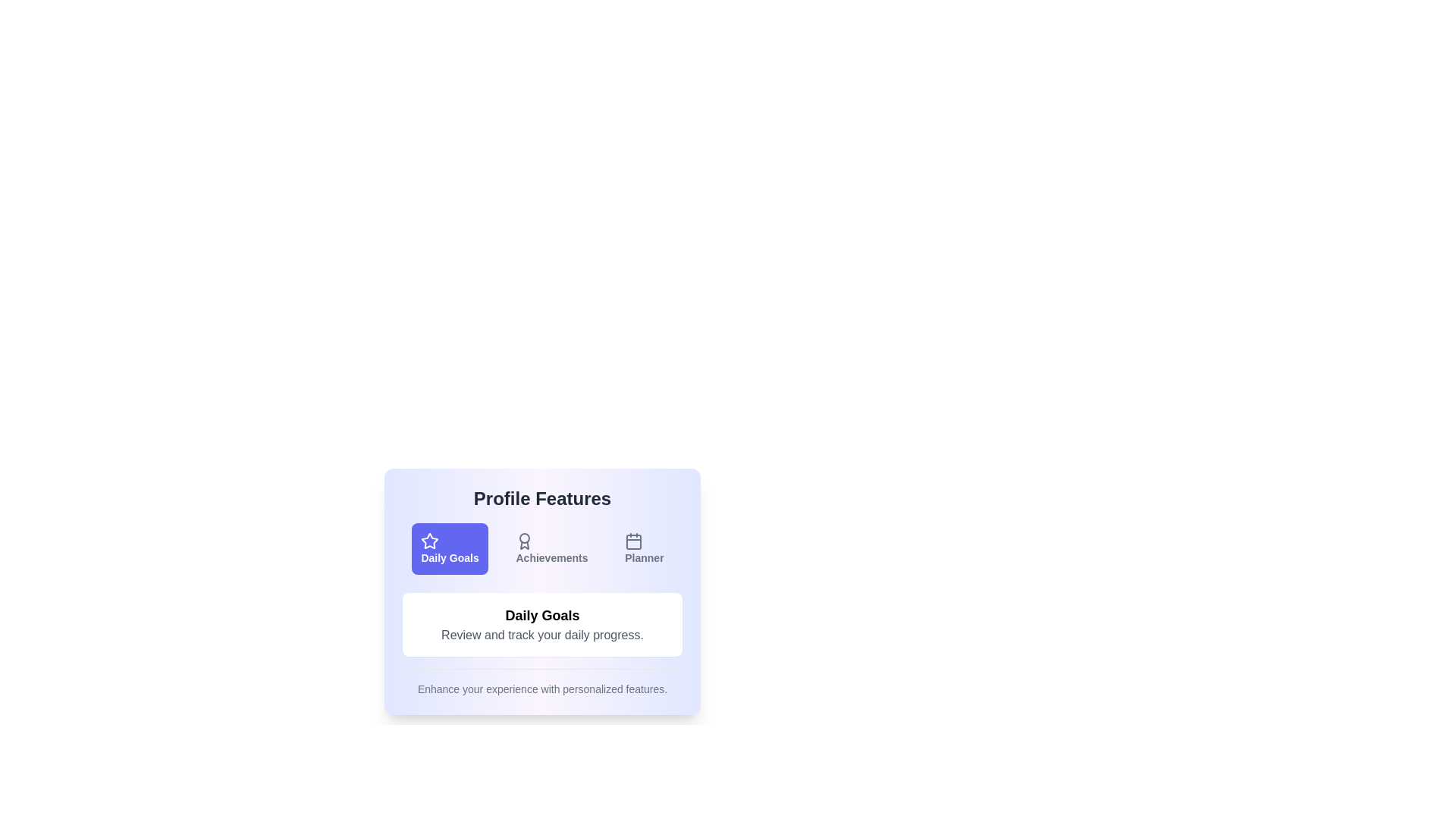 The width and height of the screenshot is (1456, 819). What do you see at coordinates (644, 549) in the screenshot?
I see `the Planner tab to switch to its content` at bounding box center [644, 549].